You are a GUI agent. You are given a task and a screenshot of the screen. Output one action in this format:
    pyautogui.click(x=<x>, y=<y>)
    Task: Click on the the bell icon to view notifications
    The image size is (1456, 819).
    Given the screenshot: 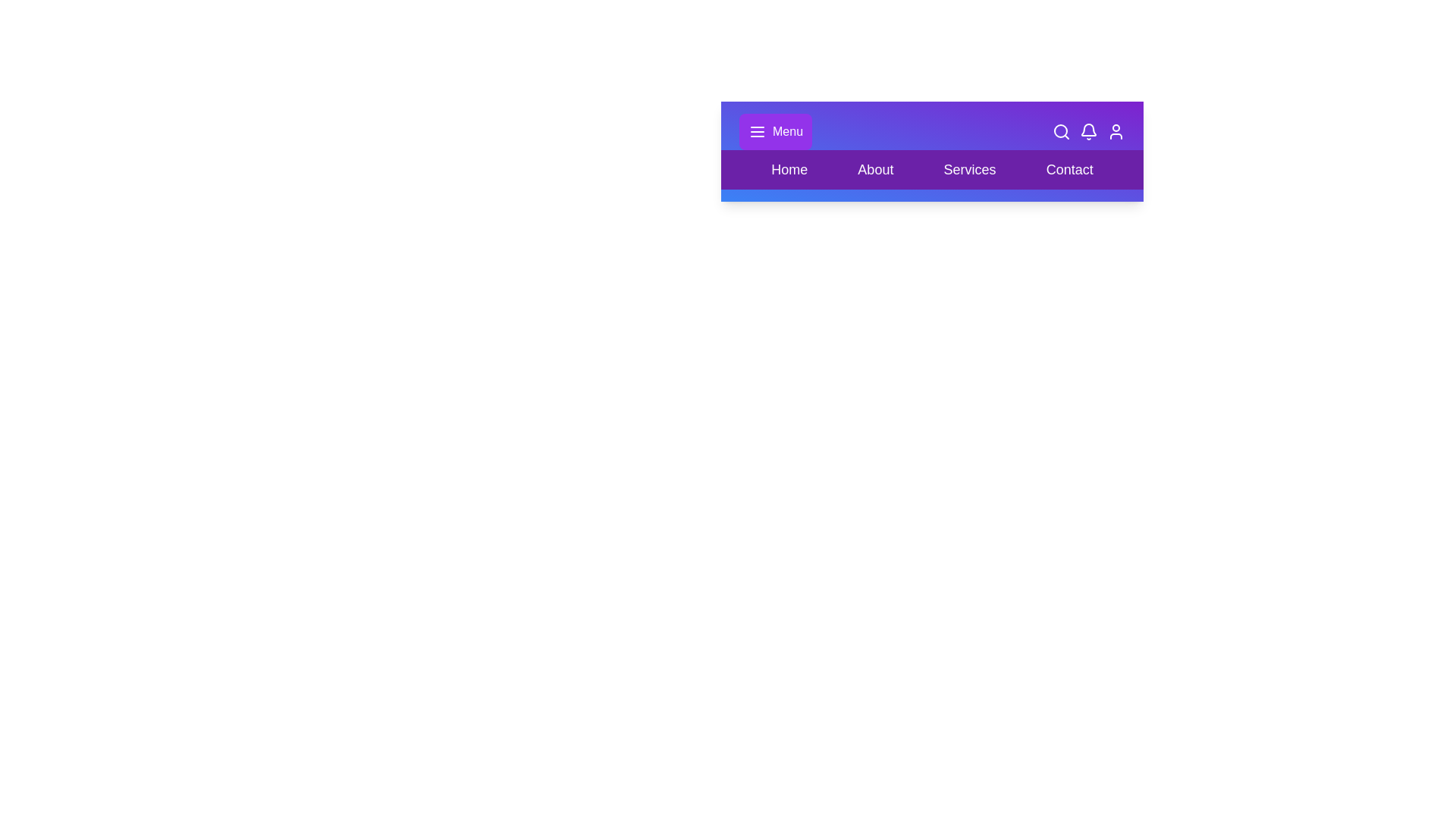 What is the action you would take?
    pyautogui.click(x=1087, y=130)
    